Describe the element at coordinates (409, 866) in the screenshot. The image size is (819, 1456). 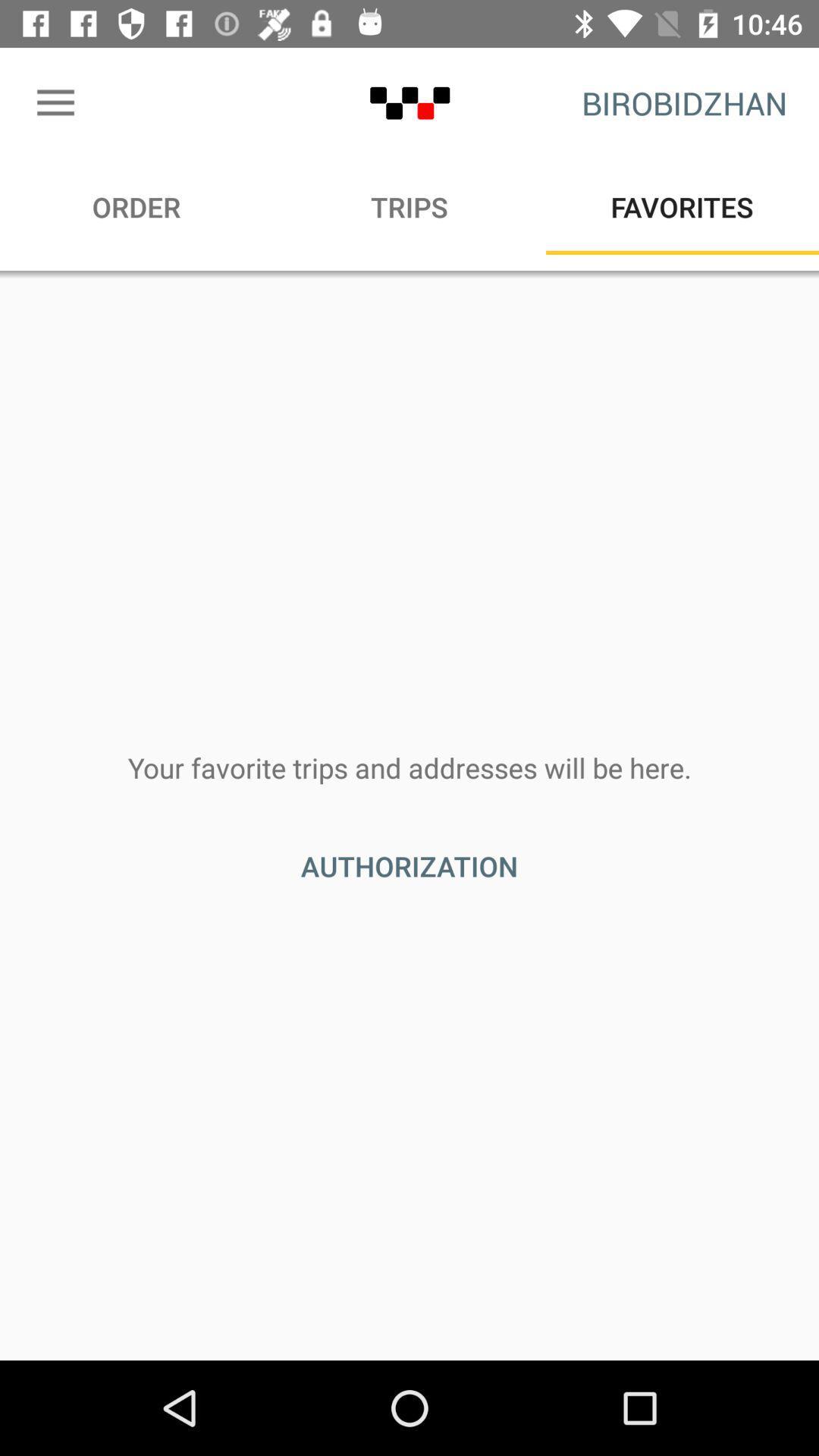
I see `icon below the your favorite trips` at that location.